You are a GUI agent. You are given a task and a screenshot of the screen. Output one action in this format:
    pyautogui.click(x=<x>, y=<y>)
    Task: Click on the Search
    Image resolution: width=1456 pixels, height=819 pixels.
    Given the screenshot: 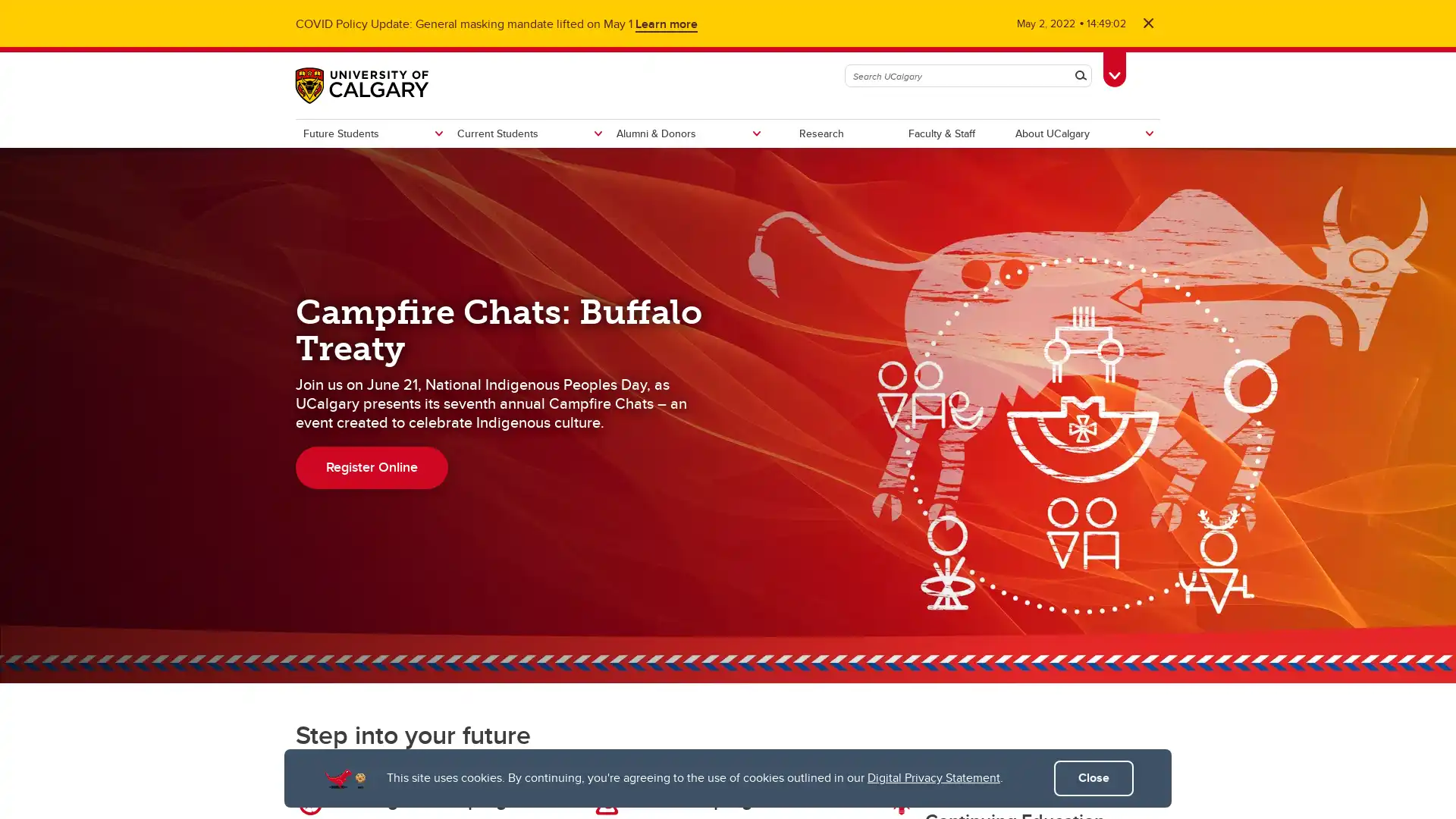 What is the action you would take?
    pyautogui.click(x=1080, y=76)
    